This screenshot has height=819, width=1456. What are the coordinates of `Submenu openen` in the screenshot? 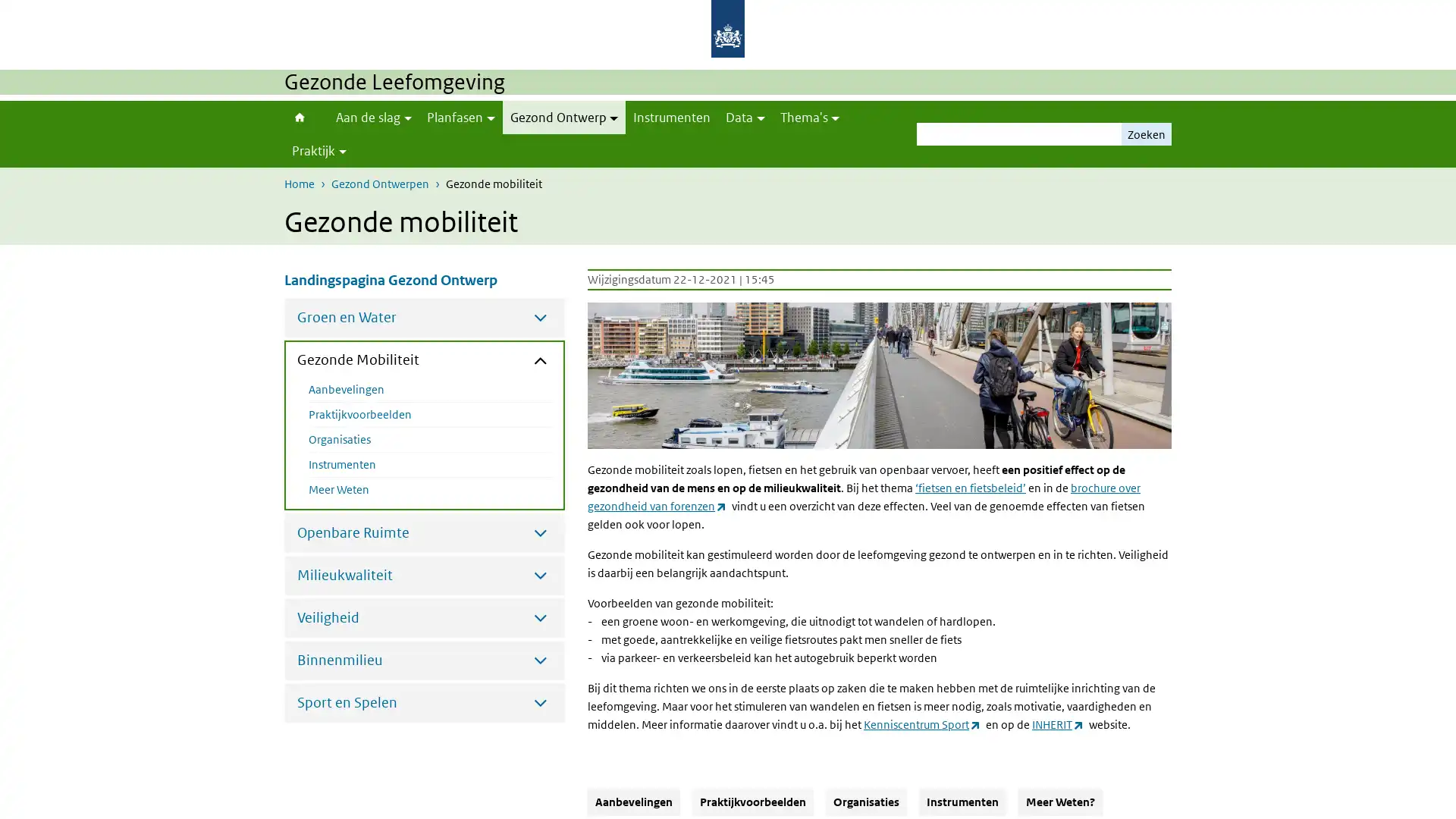 It's located at (541, 575).